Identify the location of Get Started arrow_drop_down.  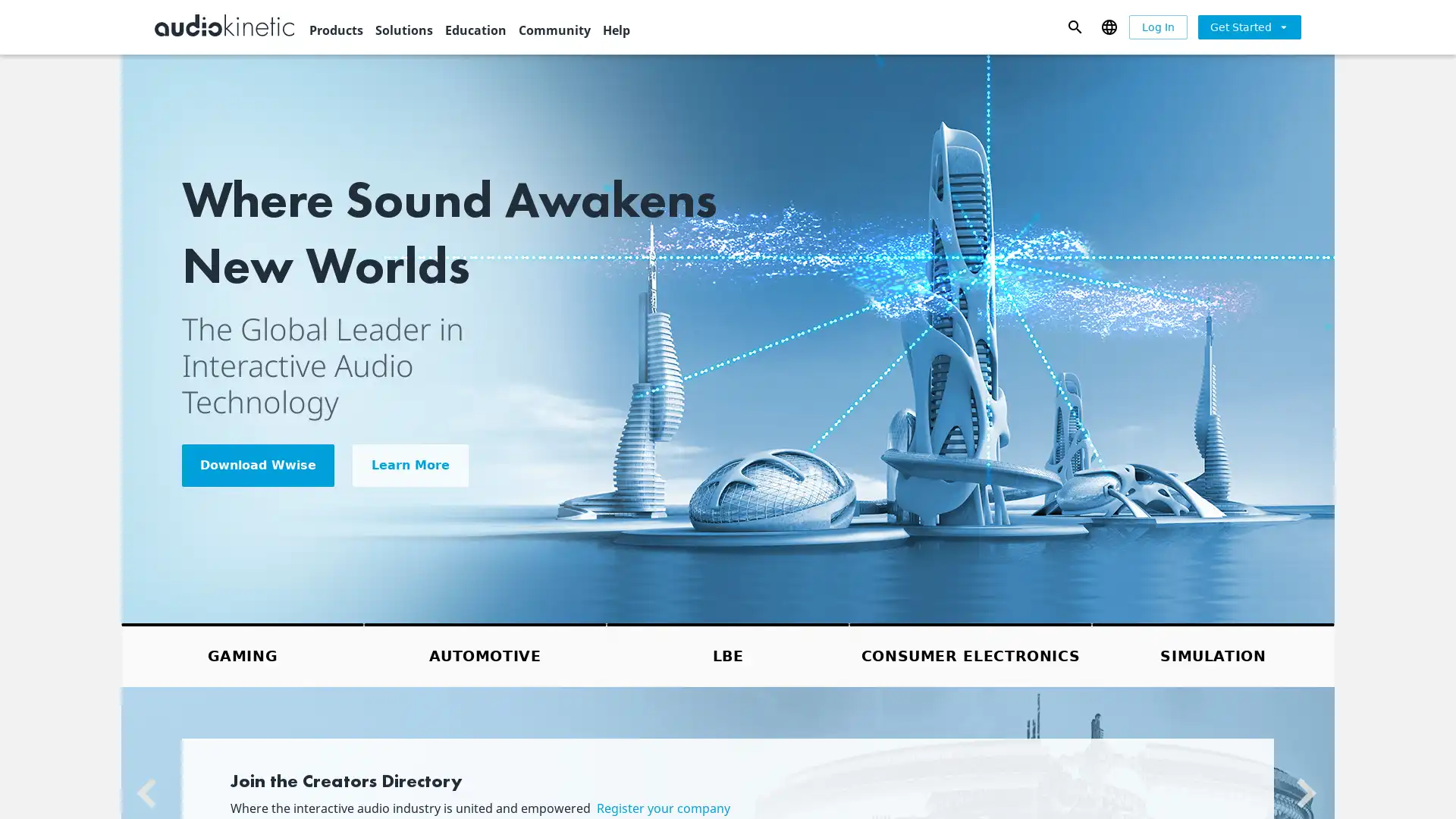
(1249, 26).